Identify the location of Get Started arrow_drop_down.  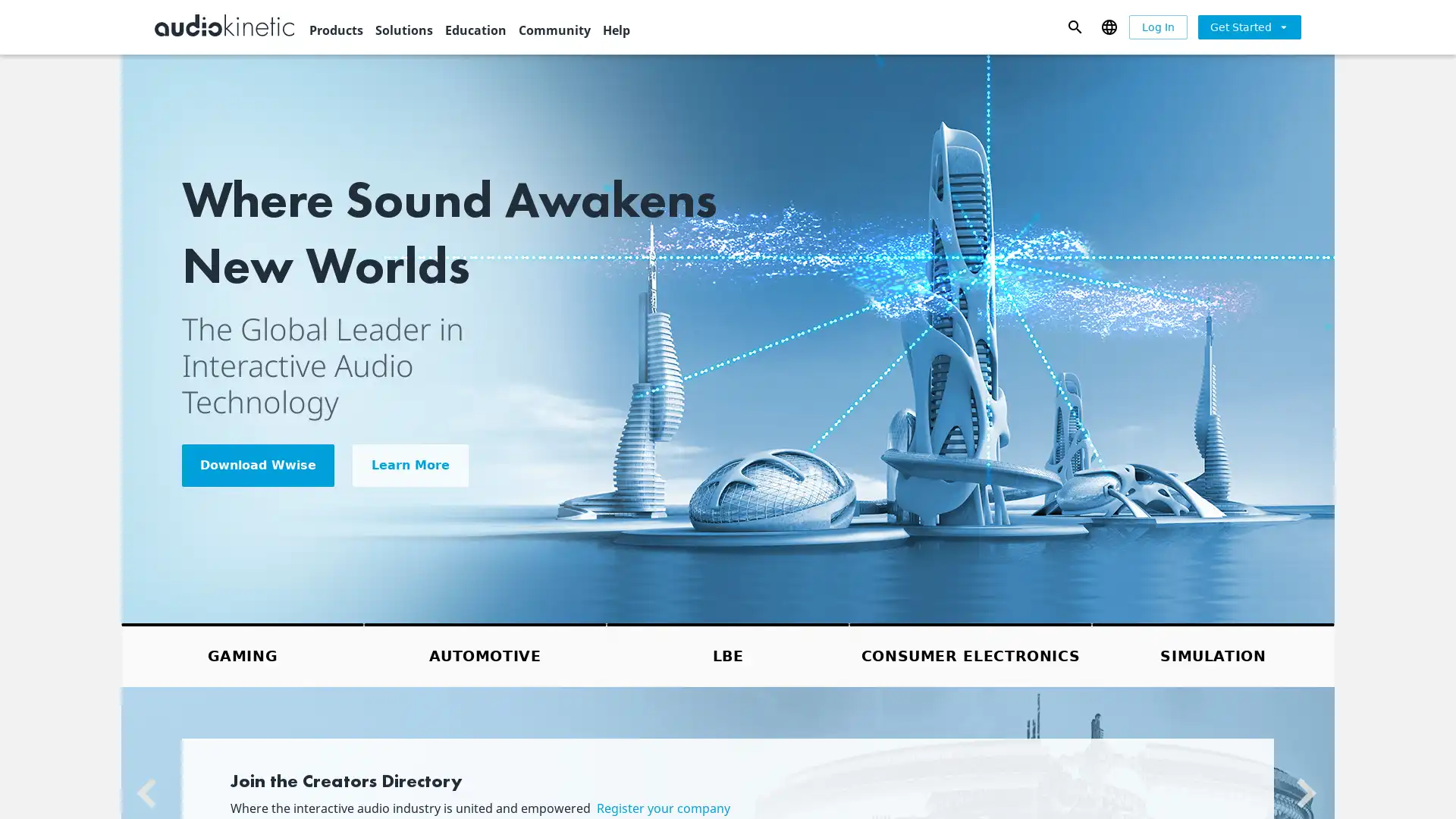
(1249, 26).